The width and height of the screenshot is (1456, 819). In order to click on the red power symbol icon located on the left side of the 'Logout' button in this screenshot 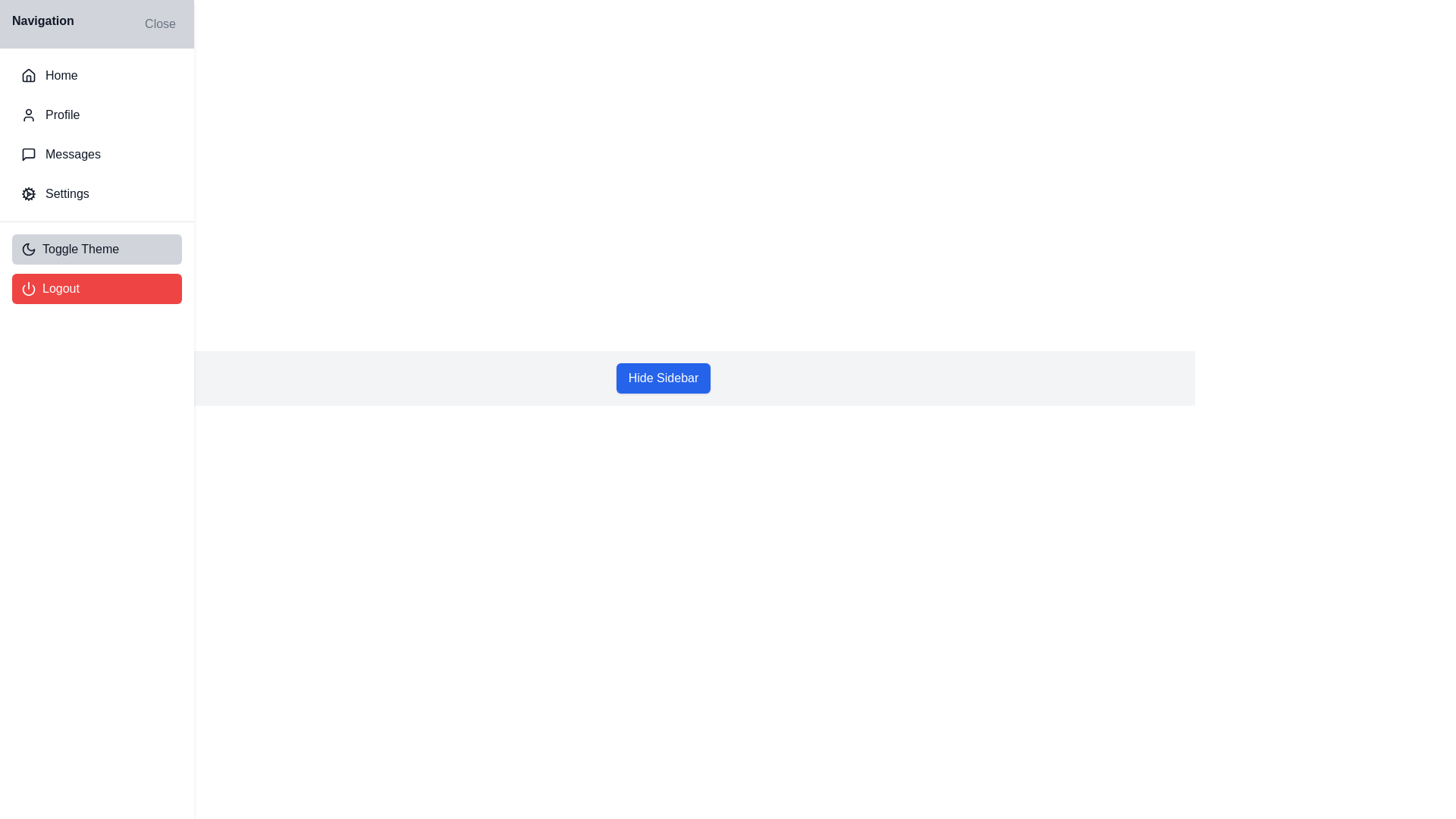, I will do `click(29, 289)`.